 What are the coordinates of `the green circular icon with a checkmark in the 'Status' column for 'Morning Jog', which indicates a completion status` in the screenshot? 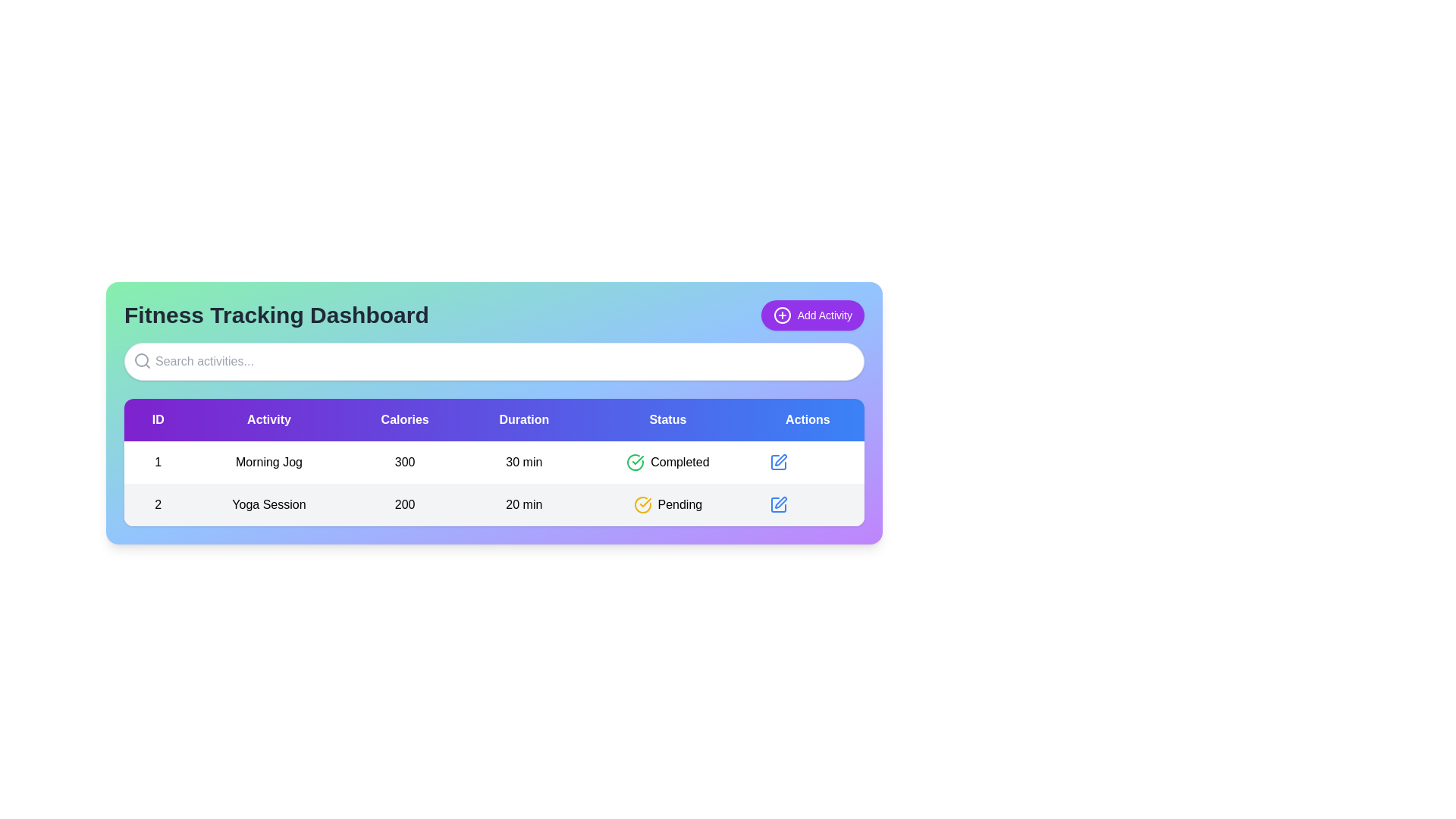 It's located at (635, 461).